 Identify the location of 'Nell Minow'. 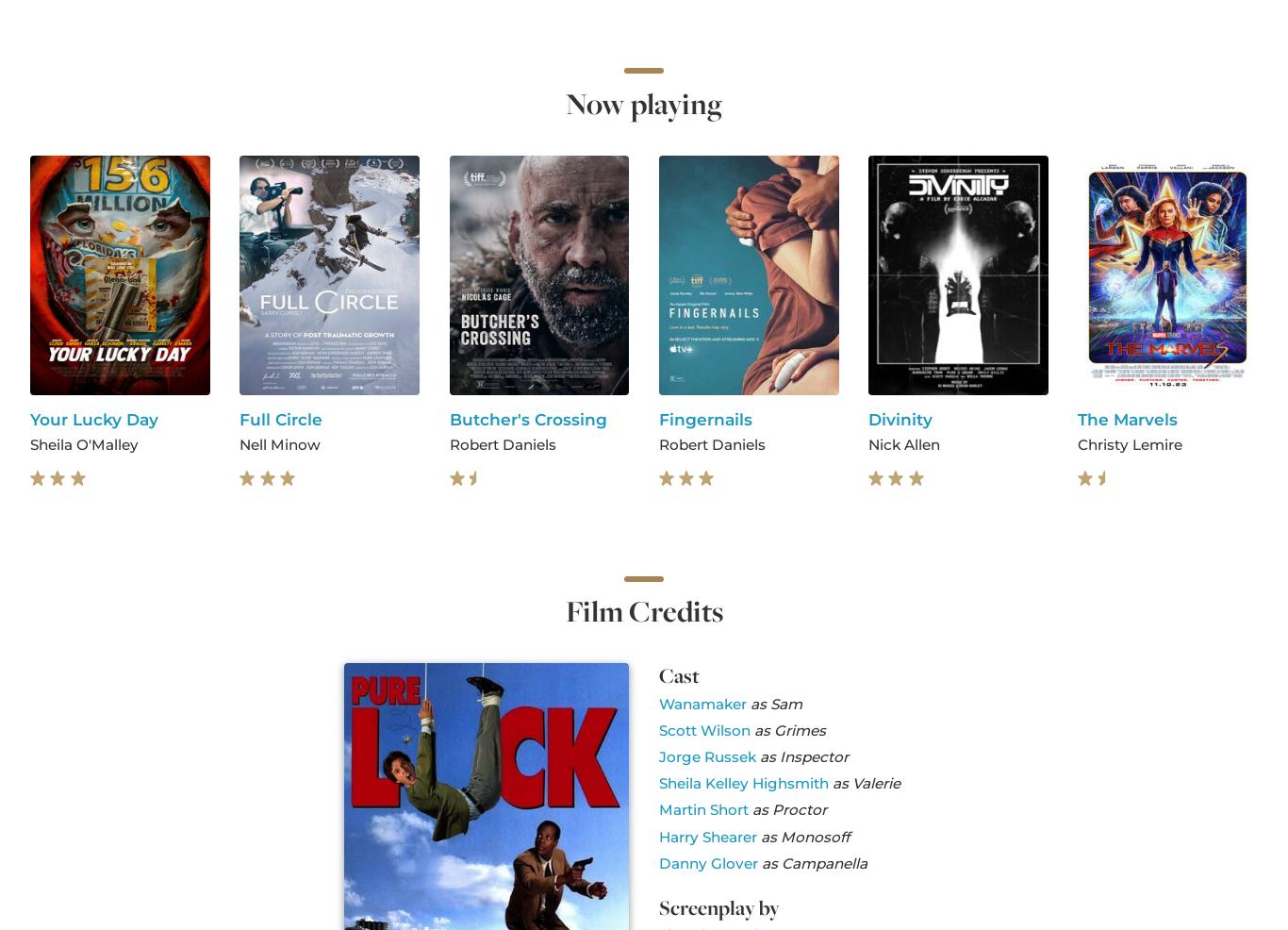
(279, 443).